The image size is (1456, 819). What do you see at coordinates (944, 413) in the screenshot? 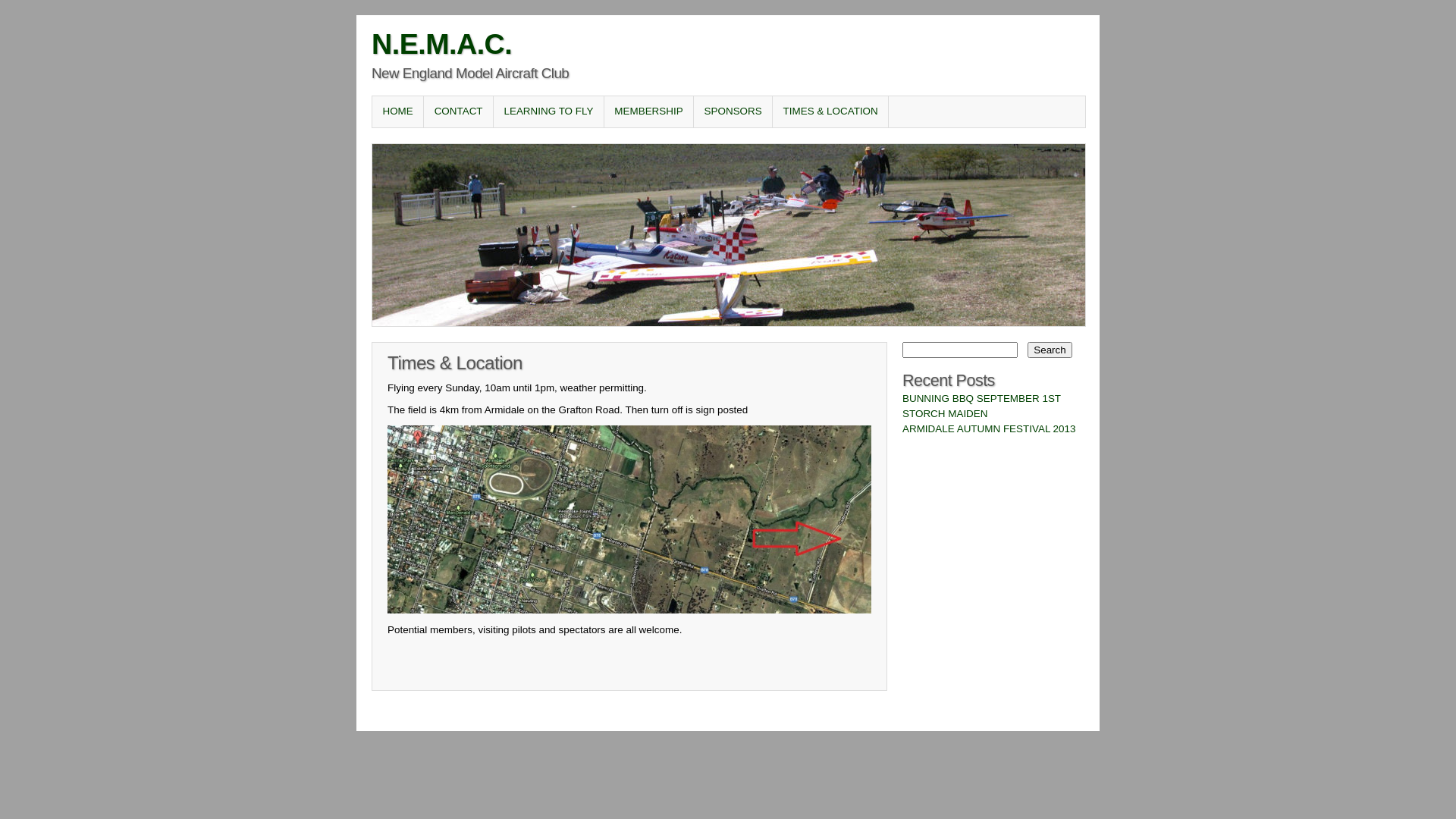
I see `'STORCH MAIDEN'` at bounding box center [944, 413].